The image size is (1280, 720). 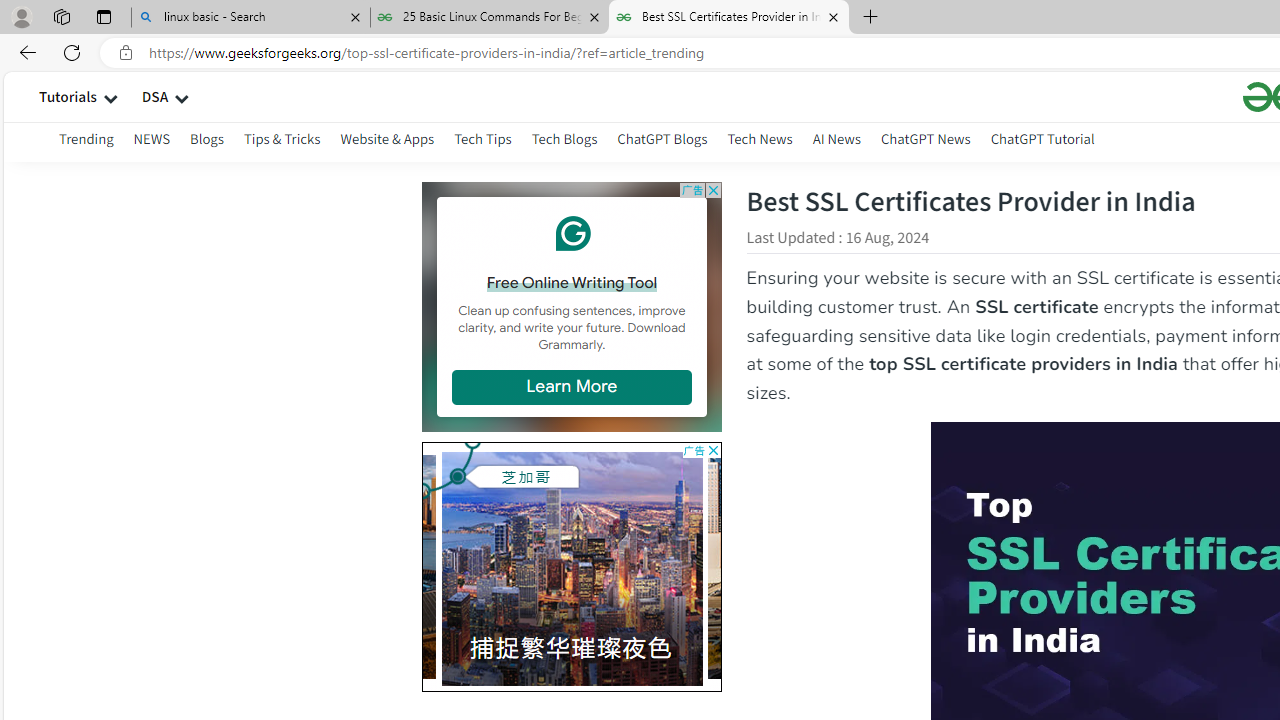 I want to click on 'Tech Tips', so click(x=483, y=141).